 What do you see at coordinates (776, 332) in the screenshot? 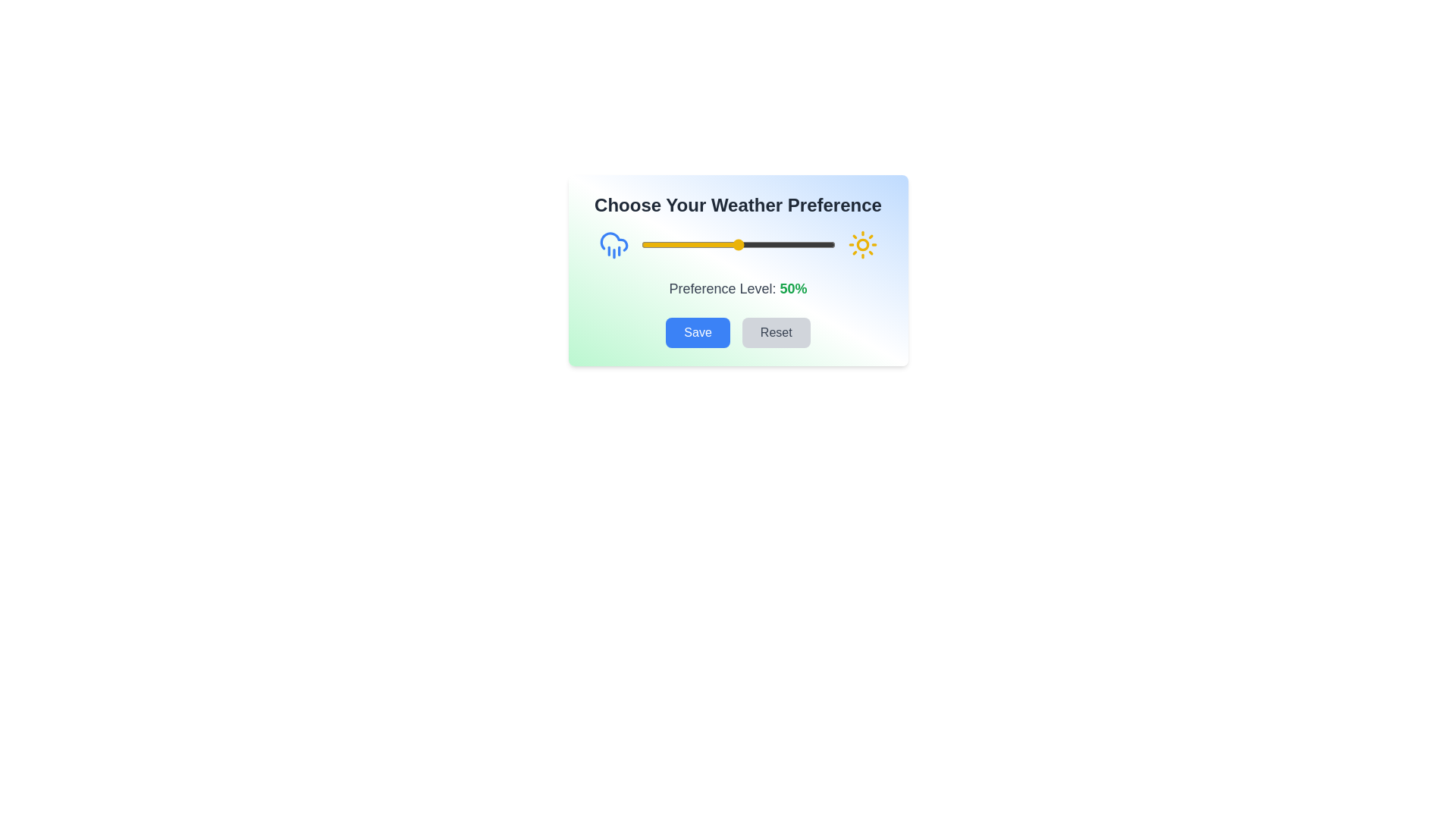
I see `'Reset' button to set the weather preference slider to its default value` at bounding box center [776, 332].